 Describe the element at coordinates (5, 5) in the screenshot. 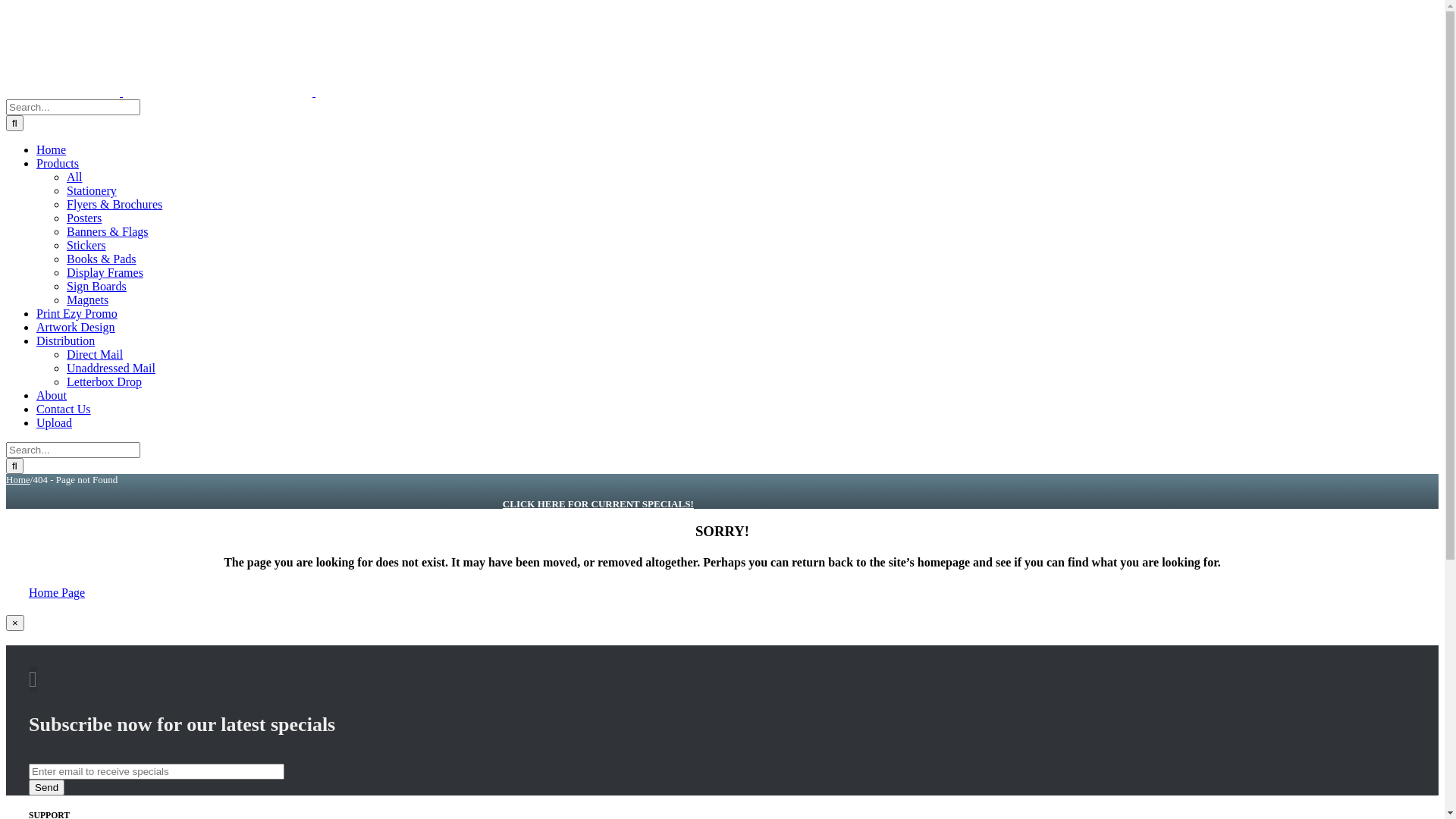

I see `'Skip to content'` at that location.